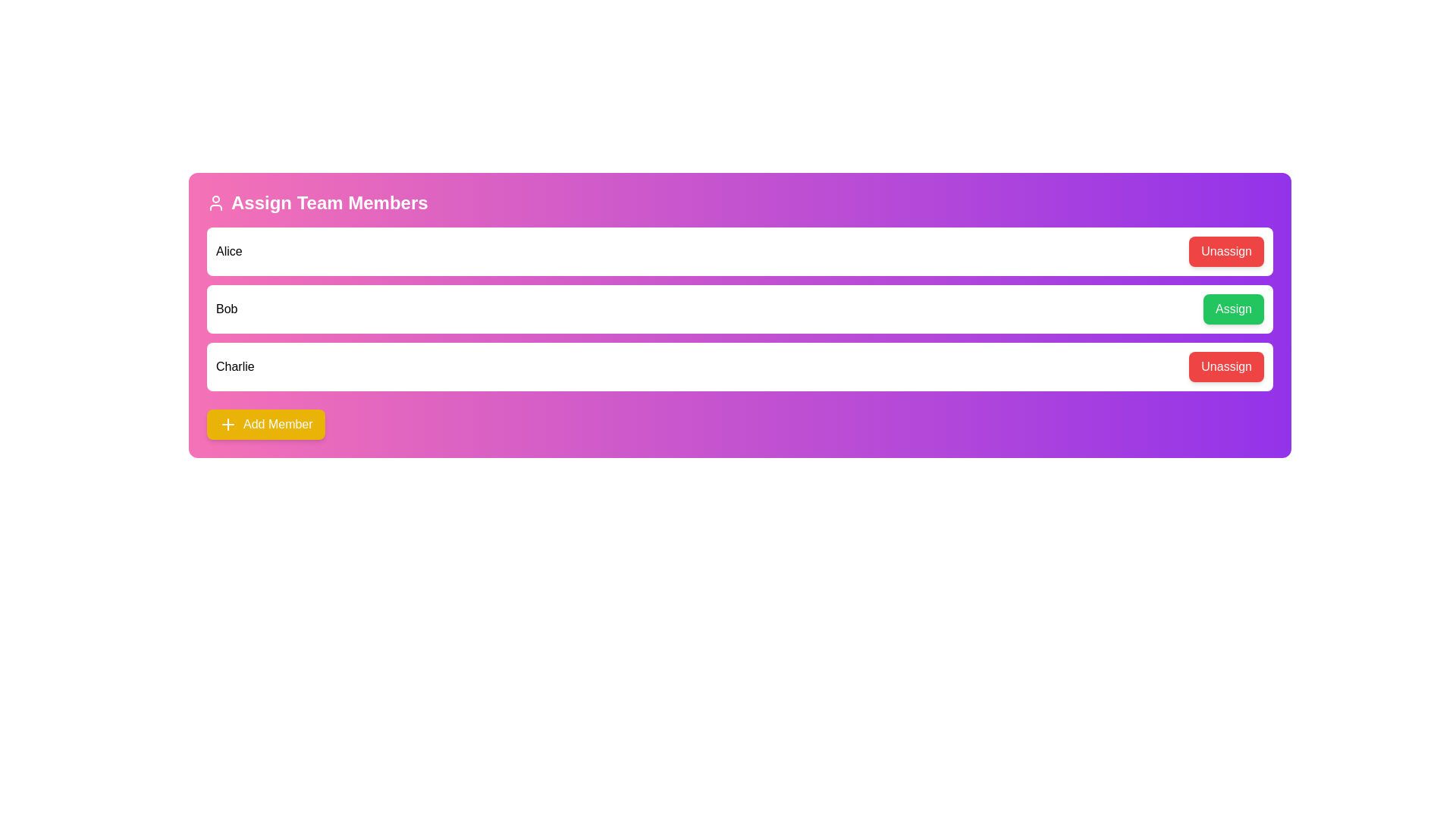  Describe the element at coordinates (1234, 309) in the screenshot. I see `the button located to the right of the text 'Bob' in the second row of team members to assign the task` at that location.